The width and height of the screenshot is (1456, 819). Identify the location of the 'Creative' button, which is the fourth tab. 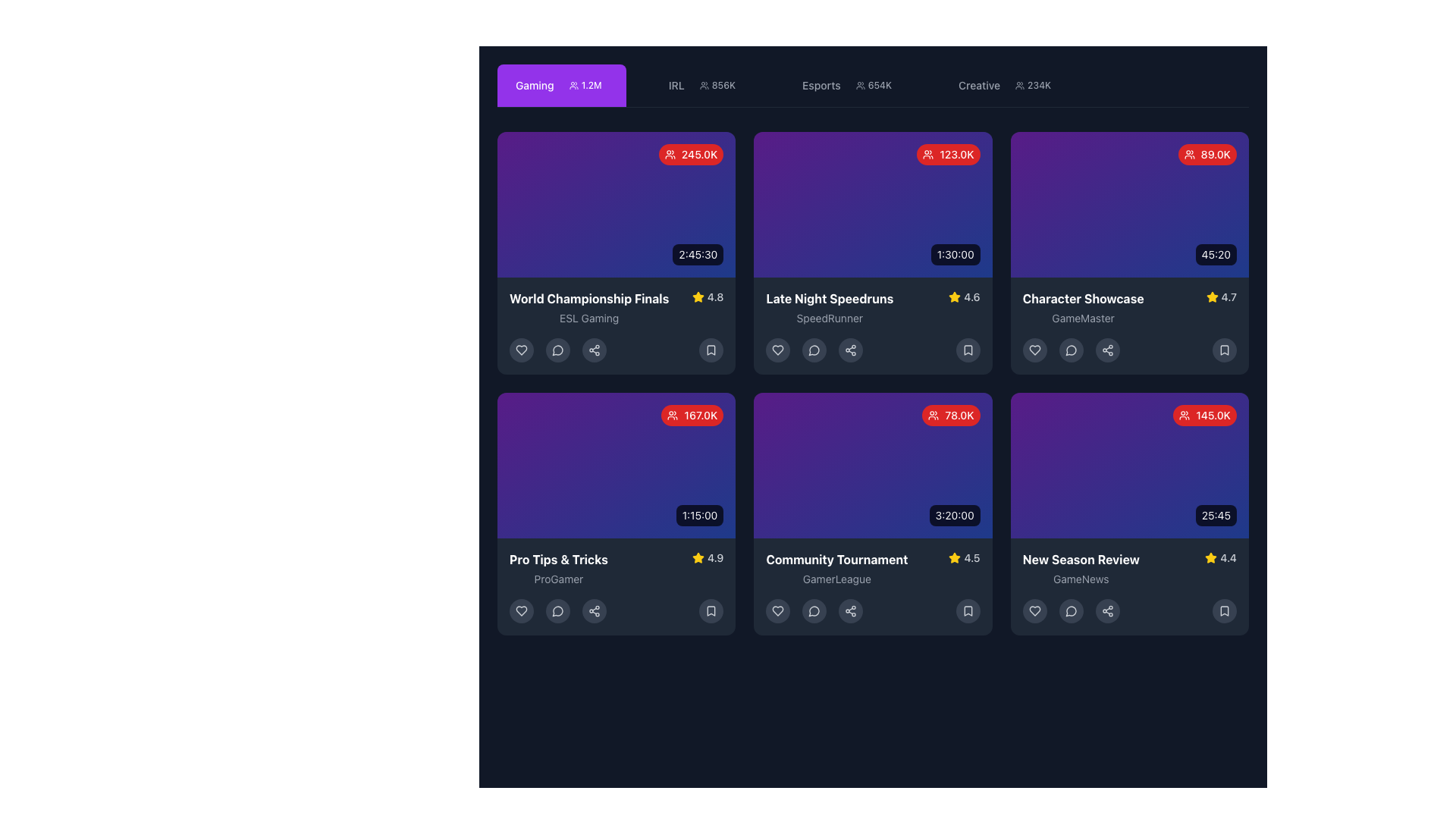
(1008, 85).